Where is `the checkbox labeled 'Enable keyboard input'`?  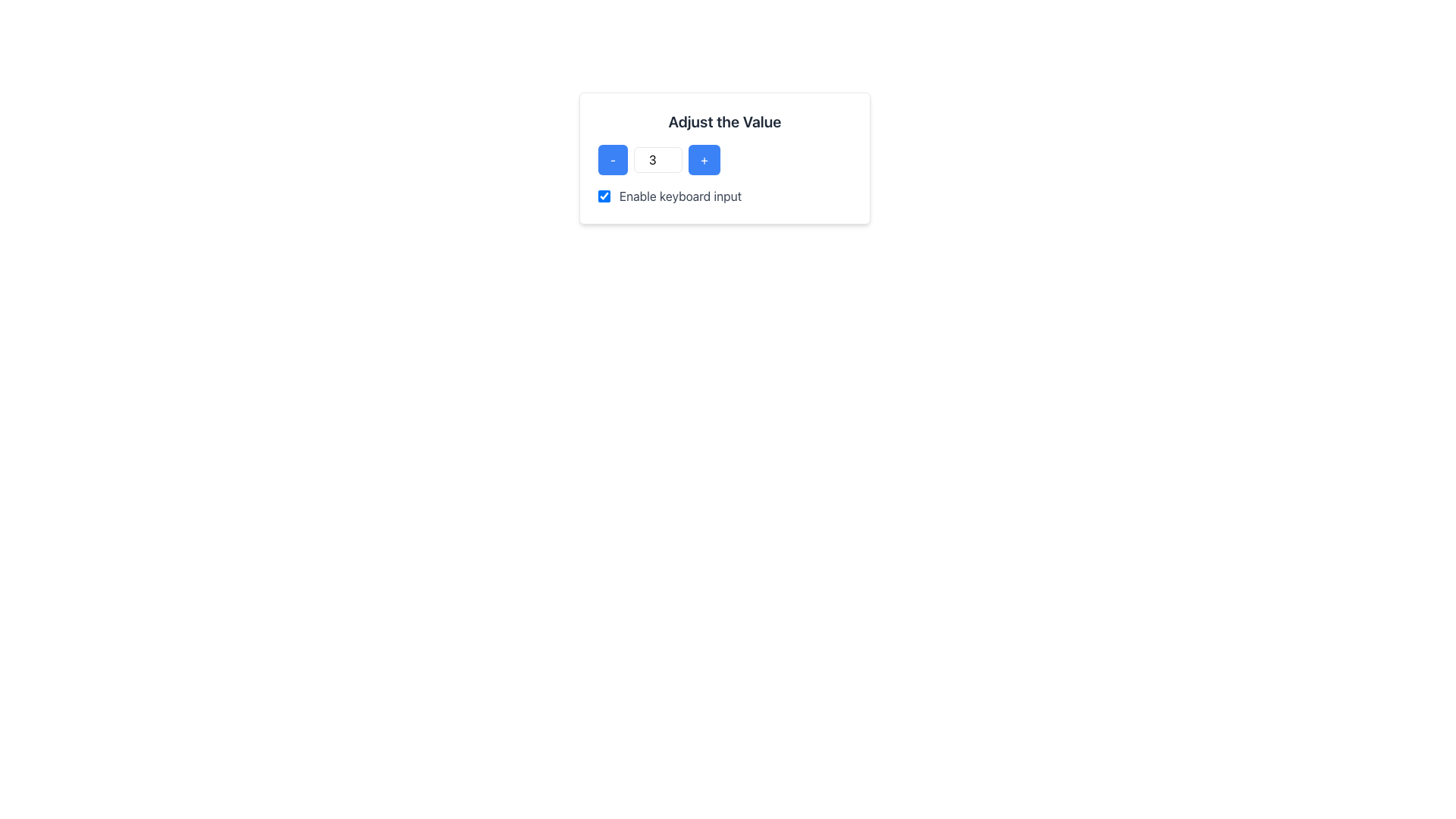 the checkbox labeled 'Enable keyboard input' is located at coordinates (603, 195).